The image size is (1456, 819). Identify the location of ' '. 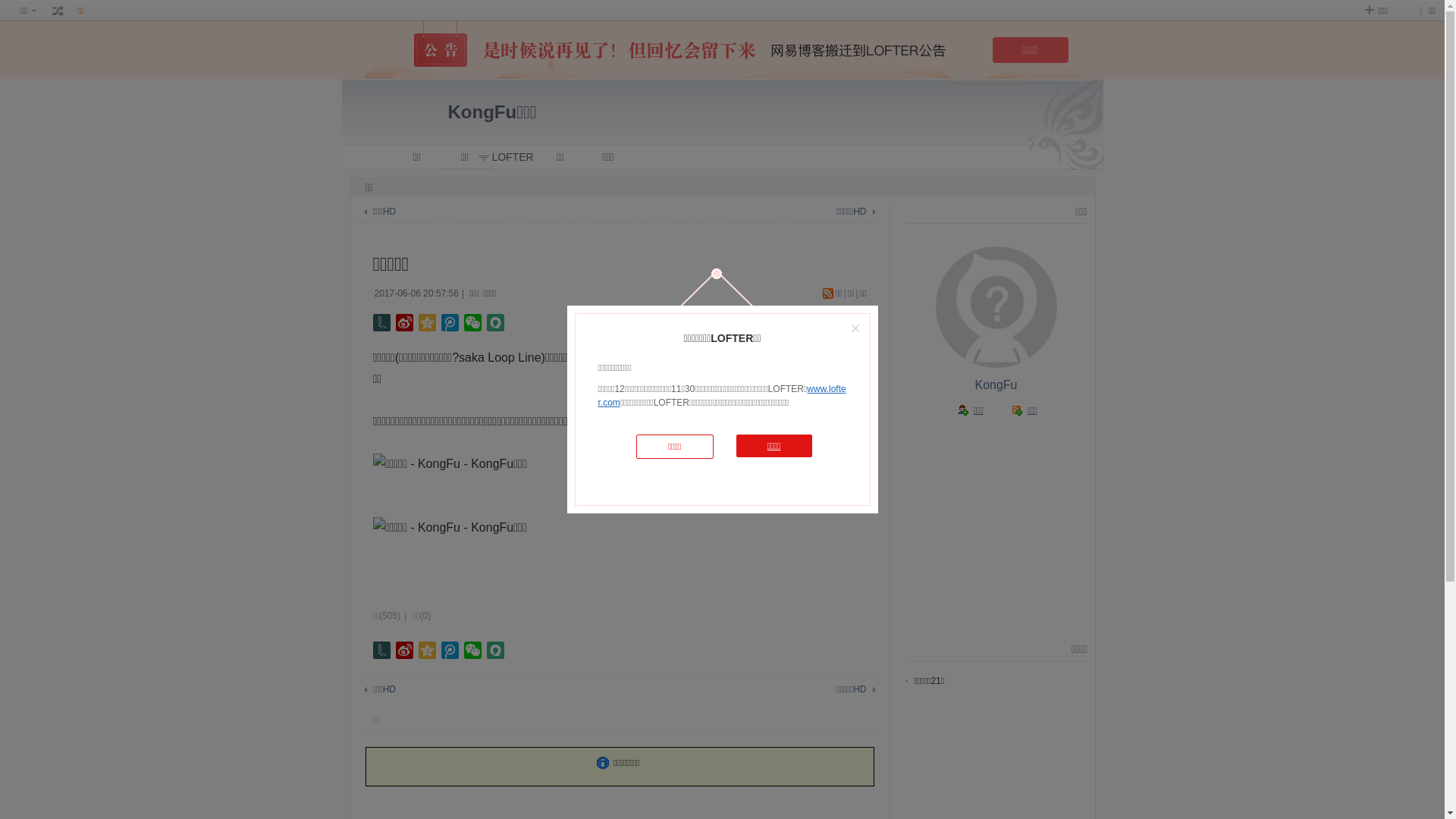
(58, 11).